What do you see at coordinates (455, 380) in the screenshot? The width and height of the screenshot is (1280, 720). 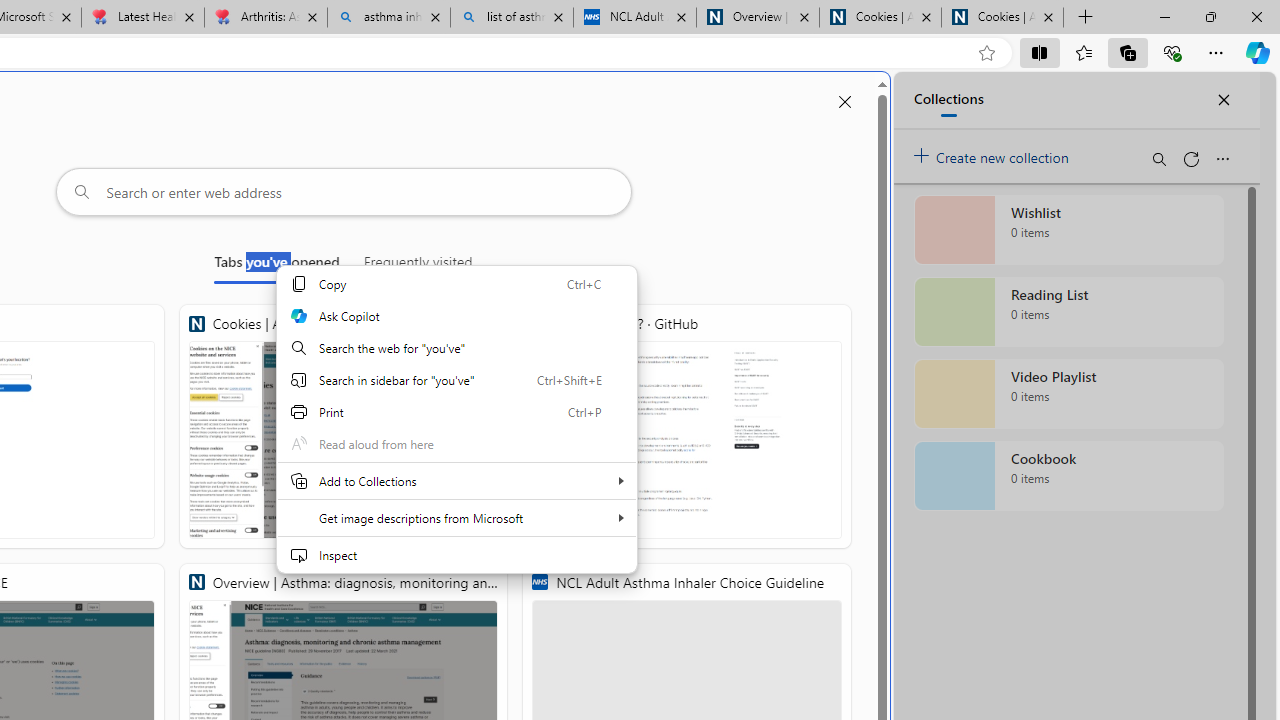 I see `'Search in sidebar for "you'` at bounding box center [455, 380].